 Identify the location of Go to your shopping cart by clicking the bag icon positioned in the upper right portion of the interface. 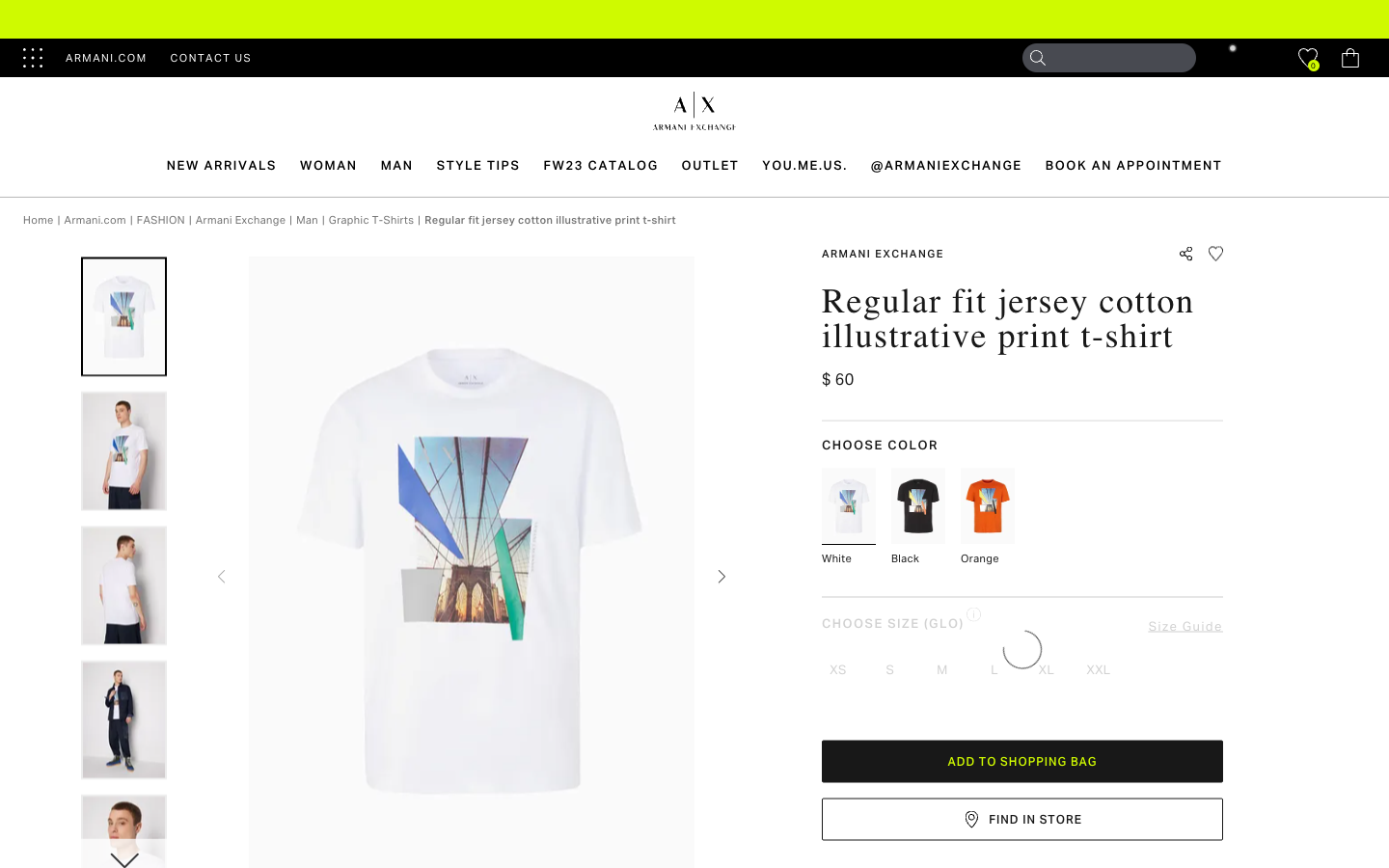
(1349, 57).